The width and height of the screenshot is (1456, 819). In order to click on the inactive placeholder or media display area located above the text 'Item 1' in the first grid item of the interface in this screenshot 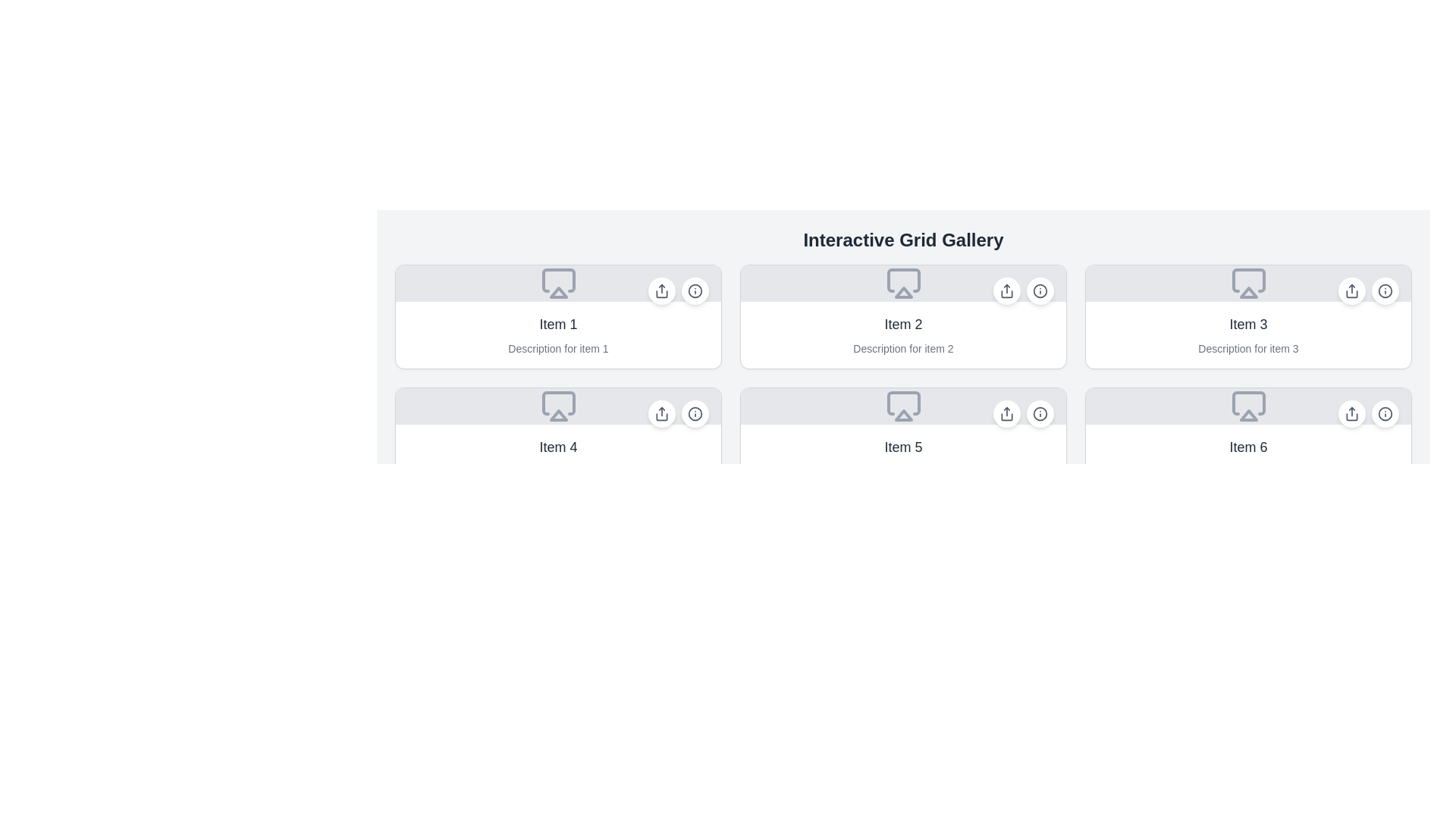, I will do `click(557, 284)`.